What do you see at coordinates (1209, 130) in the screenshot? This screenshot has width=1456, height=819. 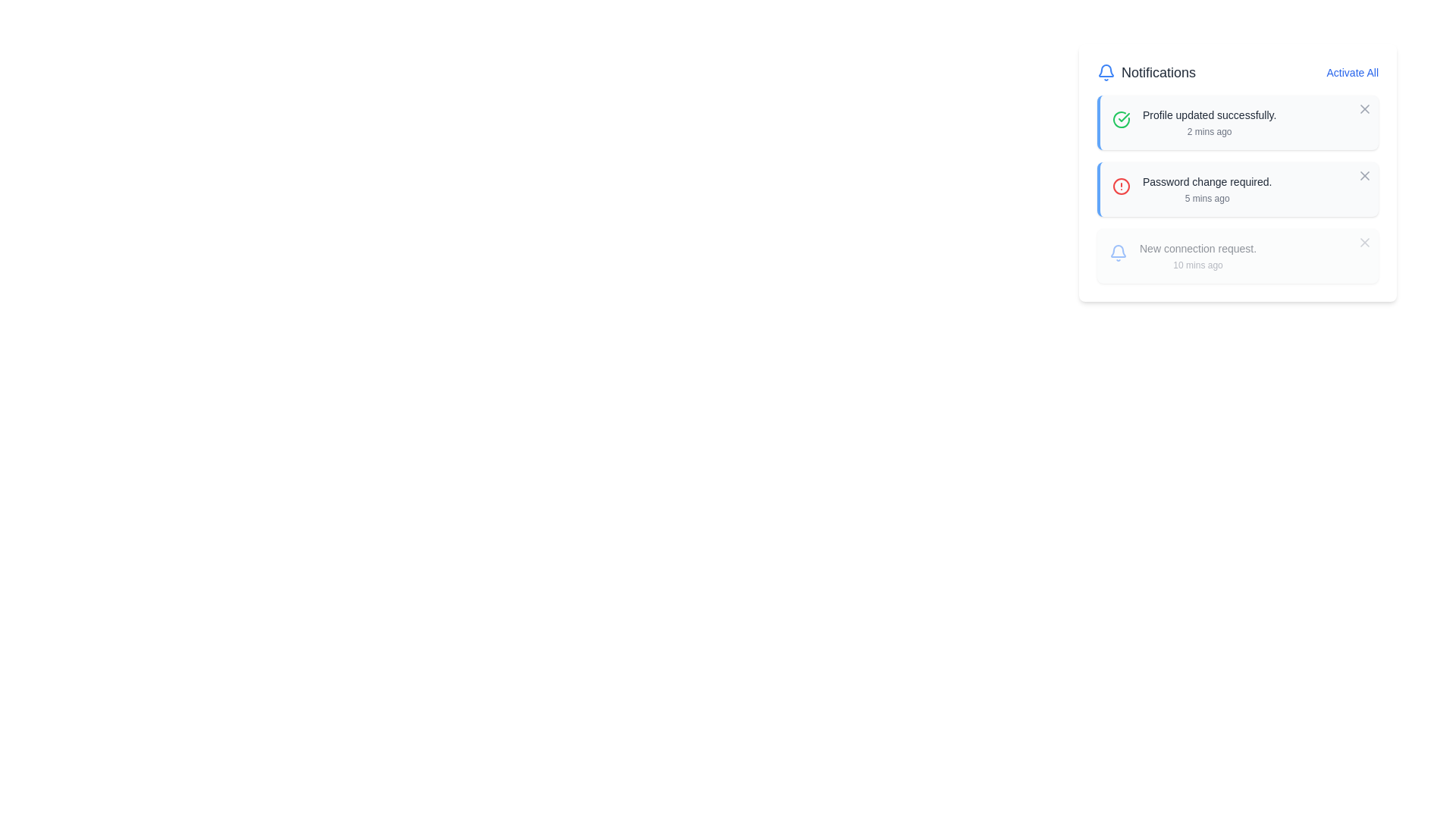 I see `timestamp text label located under the notification message 'Profile updated successfully.' in the notification panel` at bounding box center [1209, 130].